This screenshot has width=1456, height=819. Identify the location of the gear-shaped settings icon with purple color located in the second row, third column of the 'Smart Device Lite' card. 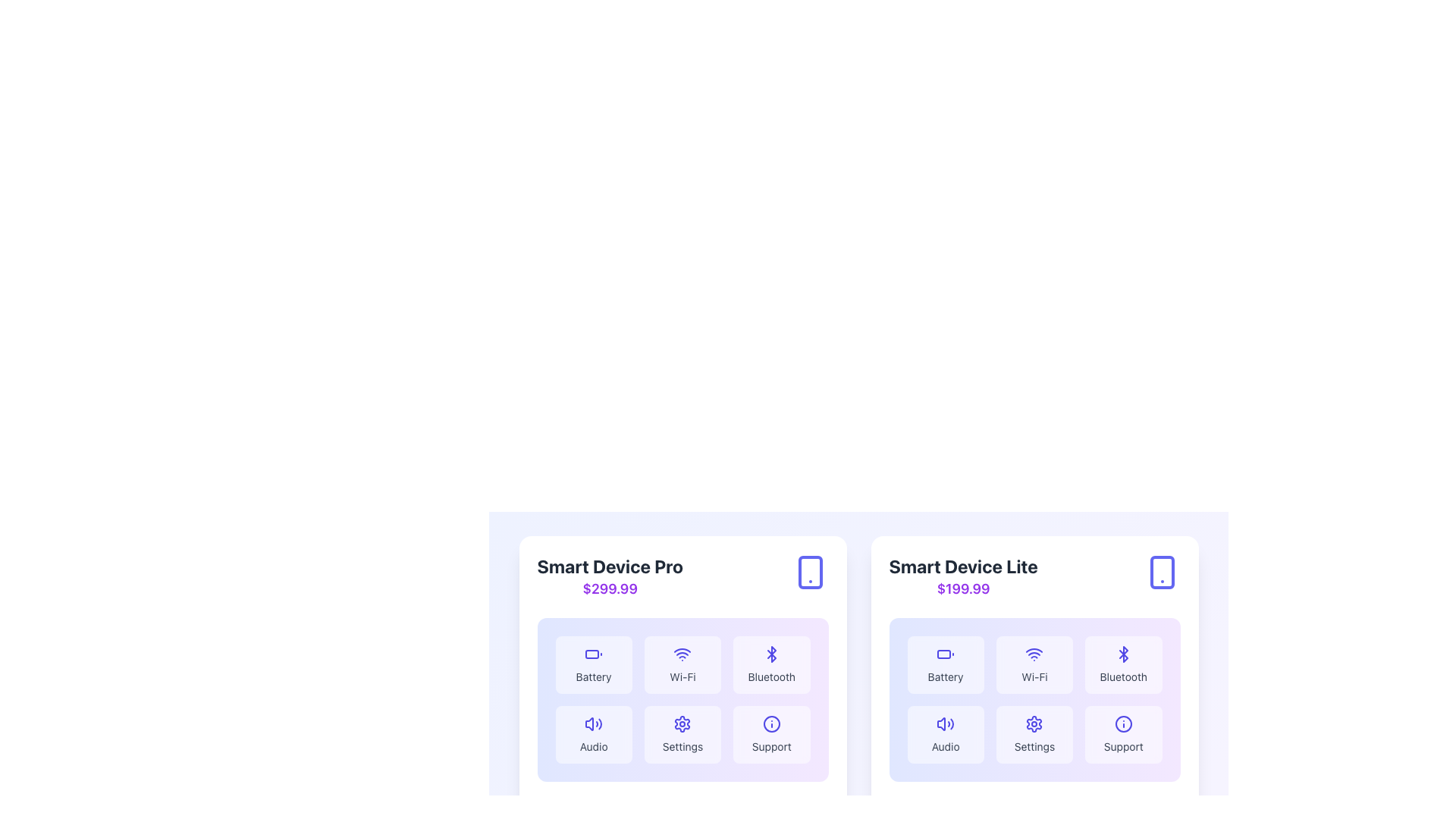
(1034, 723).